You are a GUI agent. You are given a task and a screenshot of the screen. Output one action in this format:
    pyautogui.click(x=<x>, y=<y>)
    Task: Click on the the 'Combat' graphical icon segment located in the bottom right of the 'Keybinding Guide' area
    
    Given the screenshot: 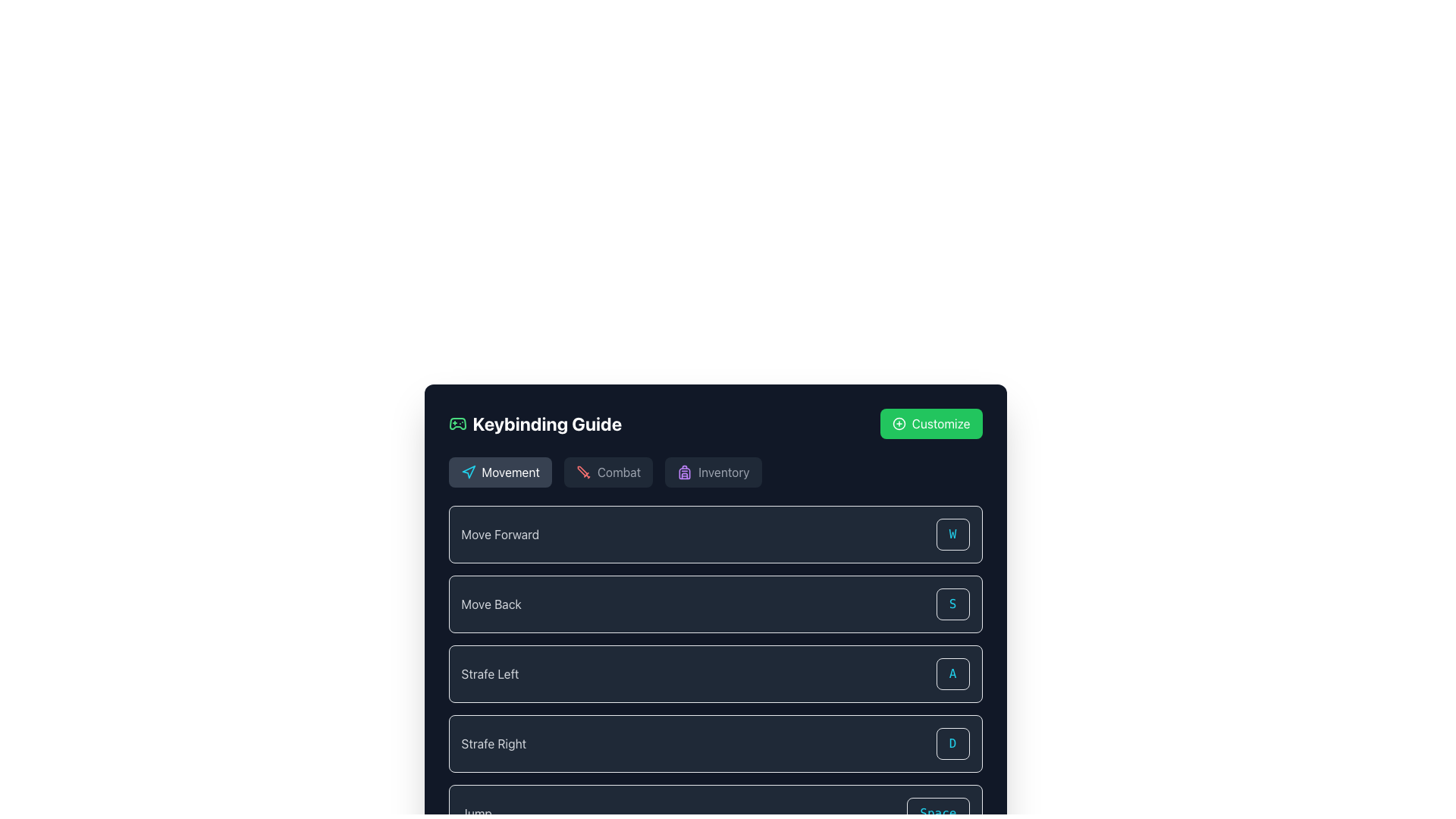 What is the action you would take?
    pyautogui.click(x=582, y=470)
    